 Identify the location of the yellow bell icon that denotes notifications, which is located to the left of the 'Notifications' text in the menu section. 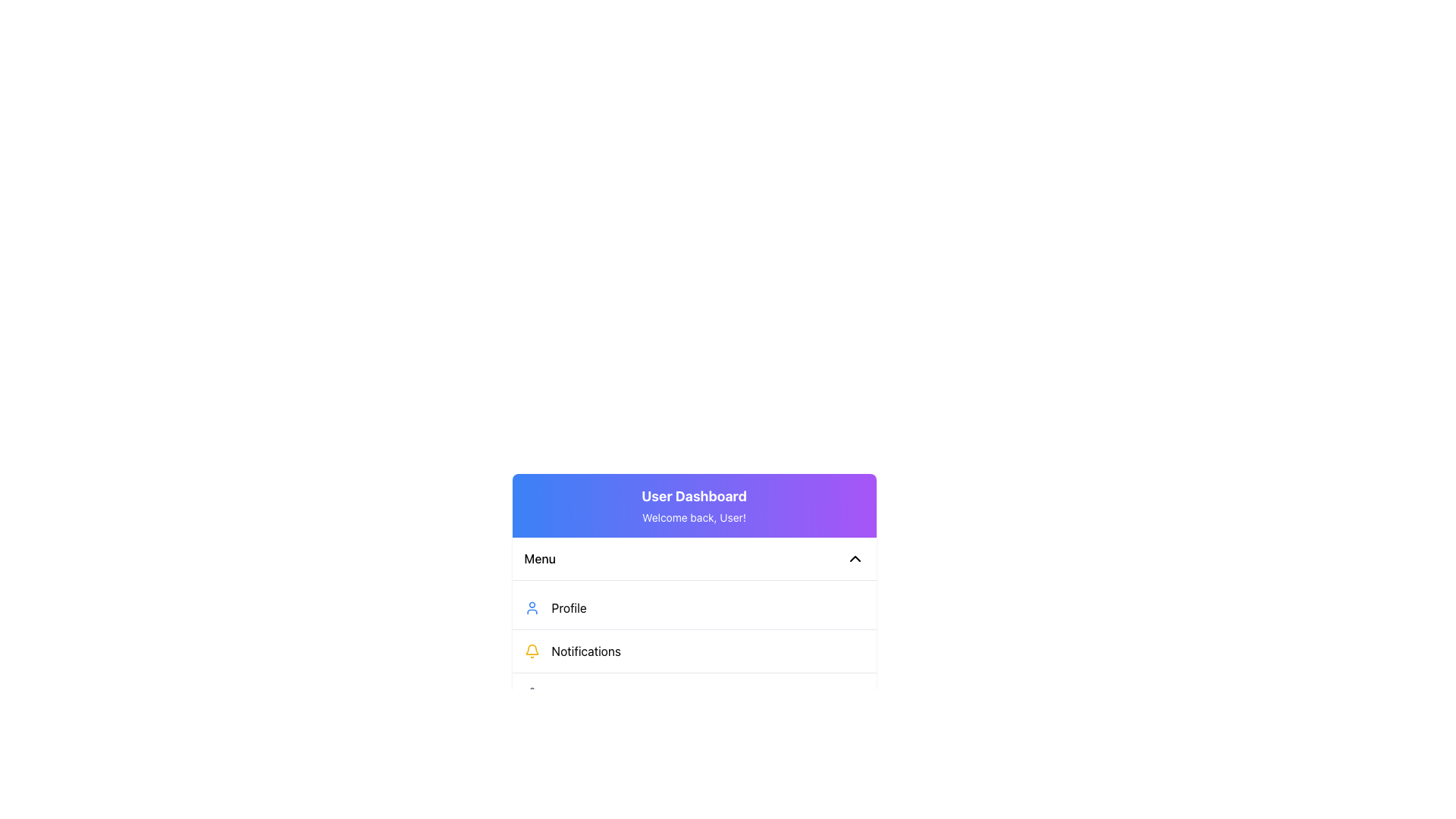
(532, 651).